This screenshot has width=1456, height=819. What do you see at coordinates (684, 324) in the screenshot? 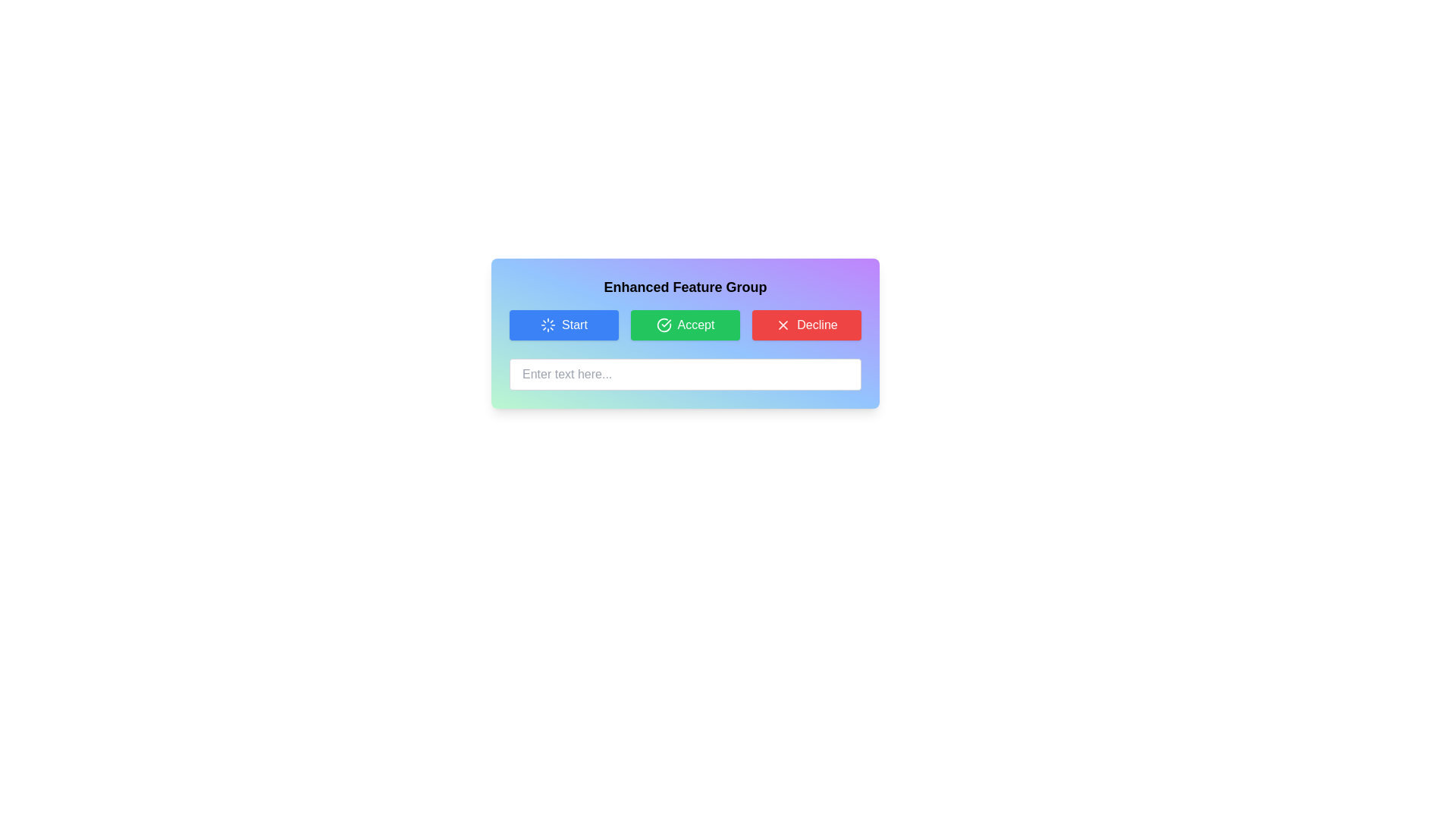
I see `the interactive button positioned between the blue 'Start' button and the red 'Decline' button` at bounding box center [684, 324].